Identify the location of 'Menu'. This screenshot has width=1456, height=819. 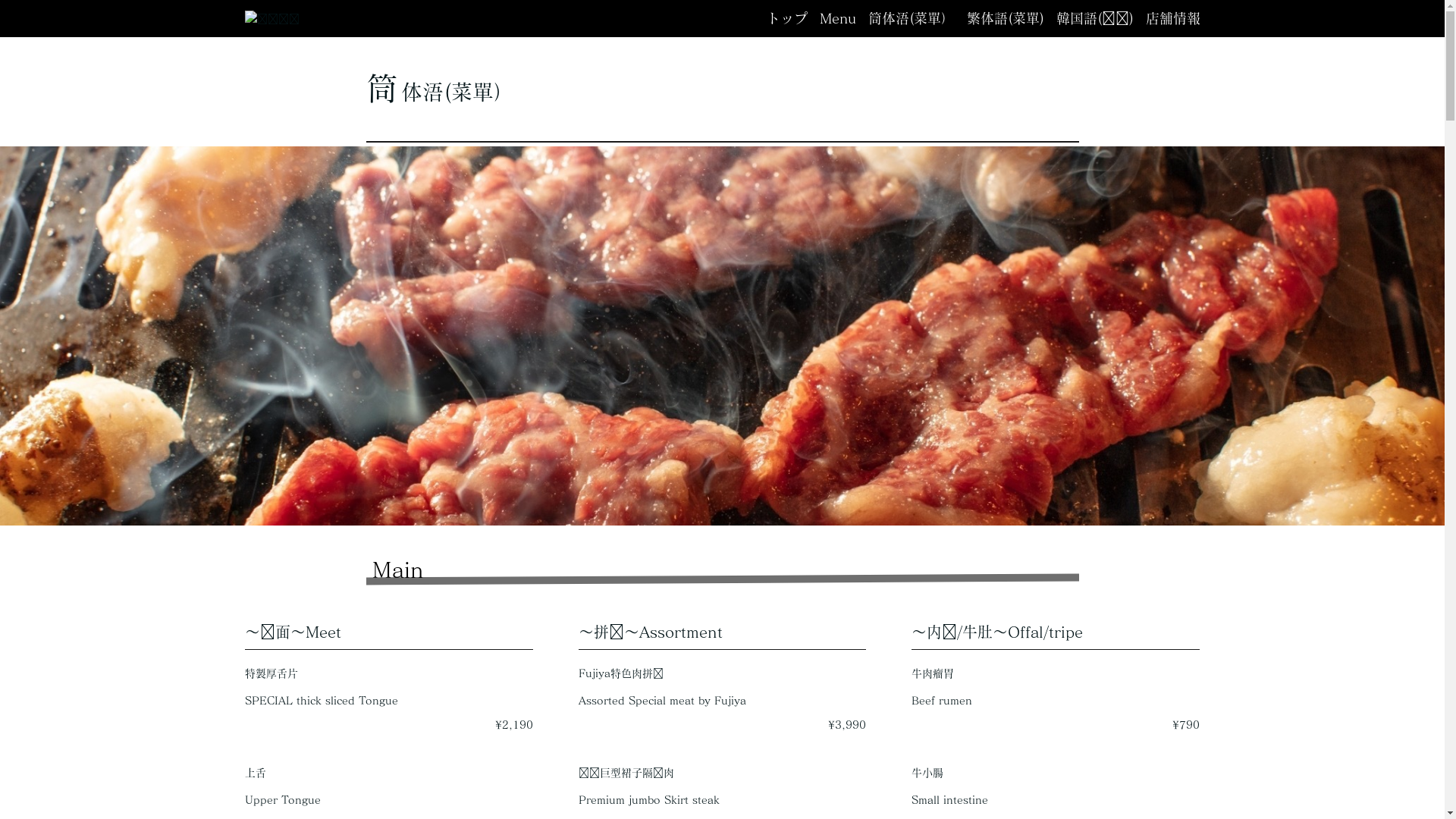
(836, 18).